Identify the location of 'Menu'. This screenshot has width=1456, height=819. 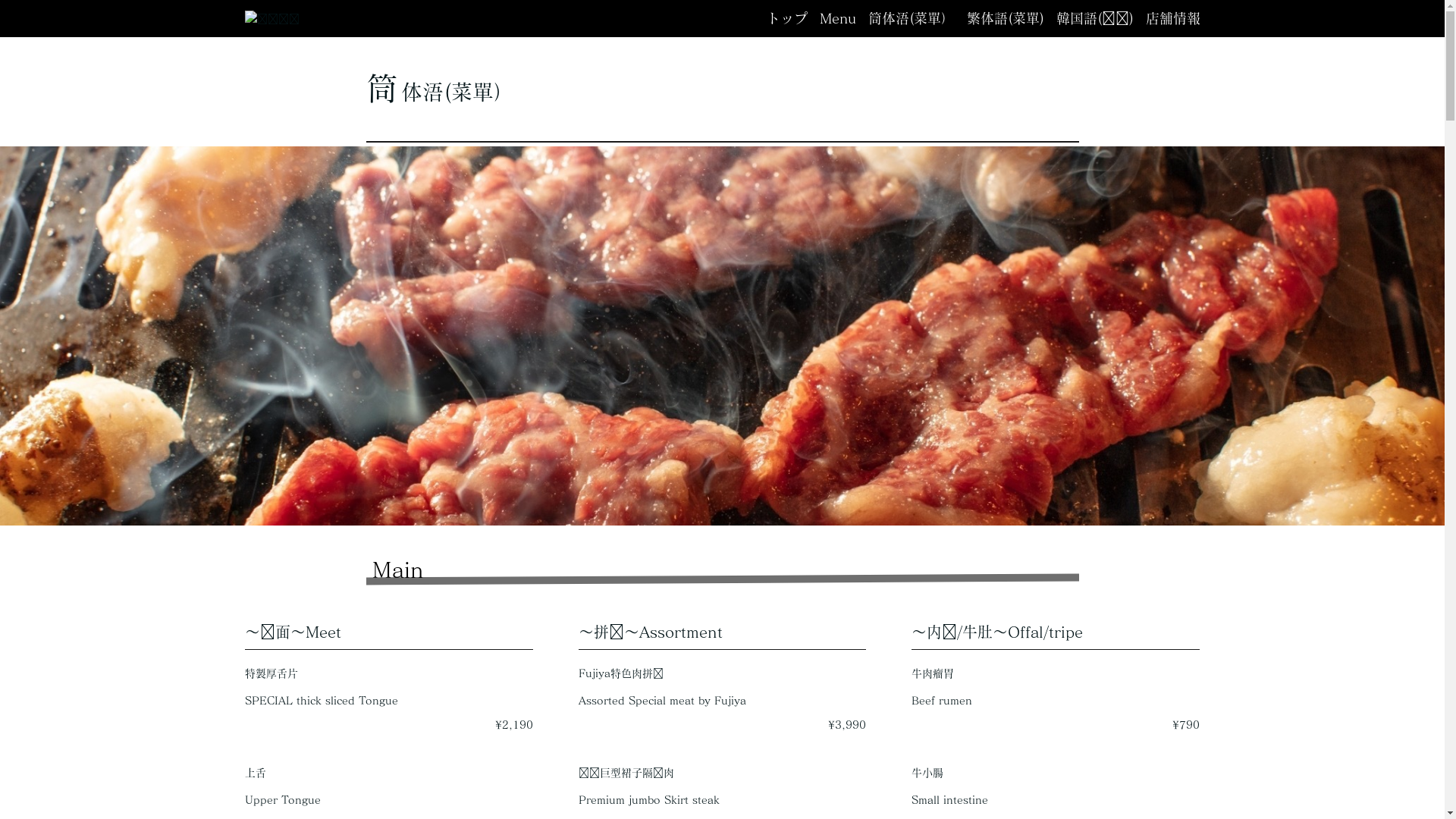
(836, 18).